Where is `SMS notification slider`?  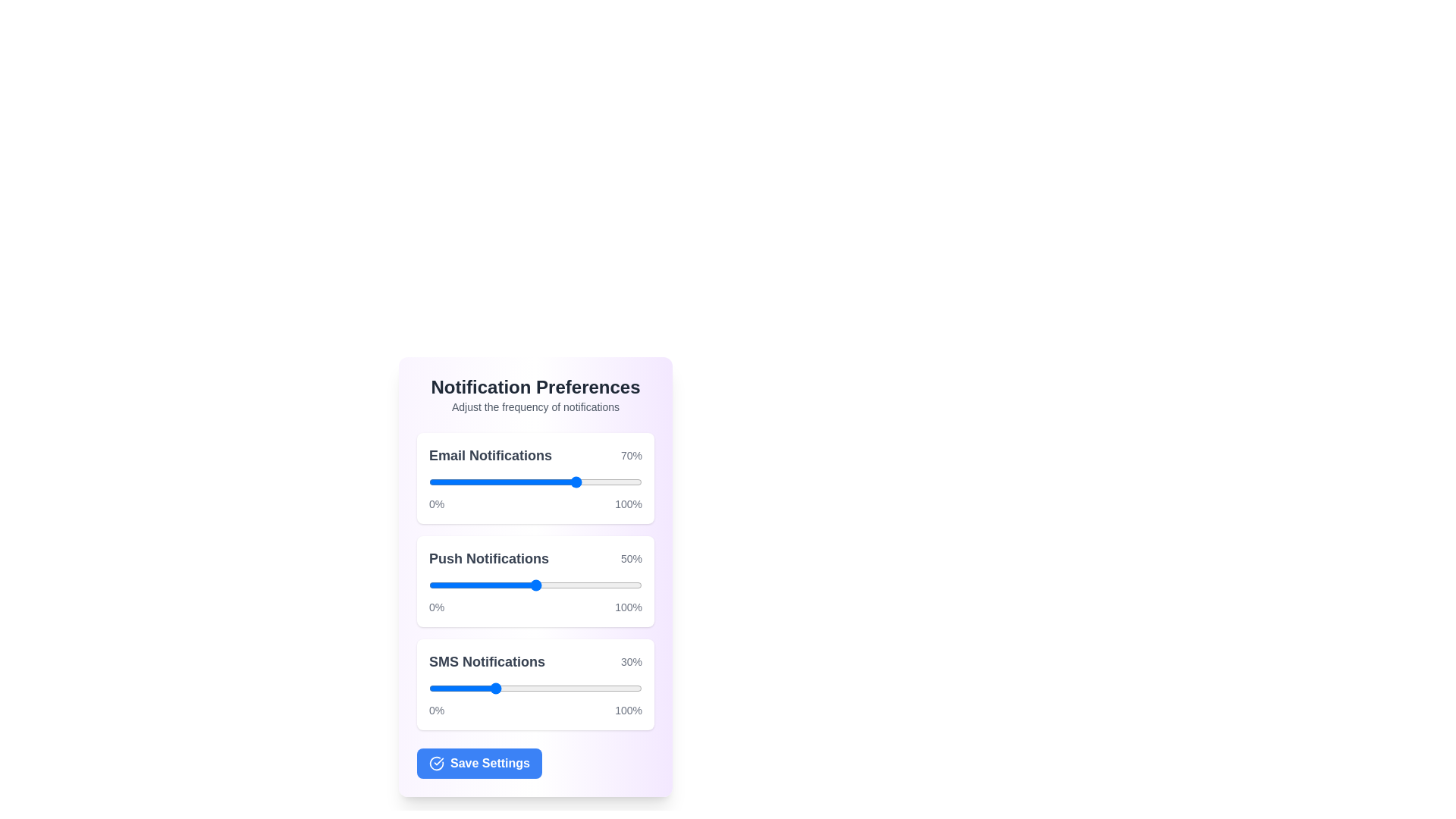 SMS notification slider is located at coordinates (607, 688).